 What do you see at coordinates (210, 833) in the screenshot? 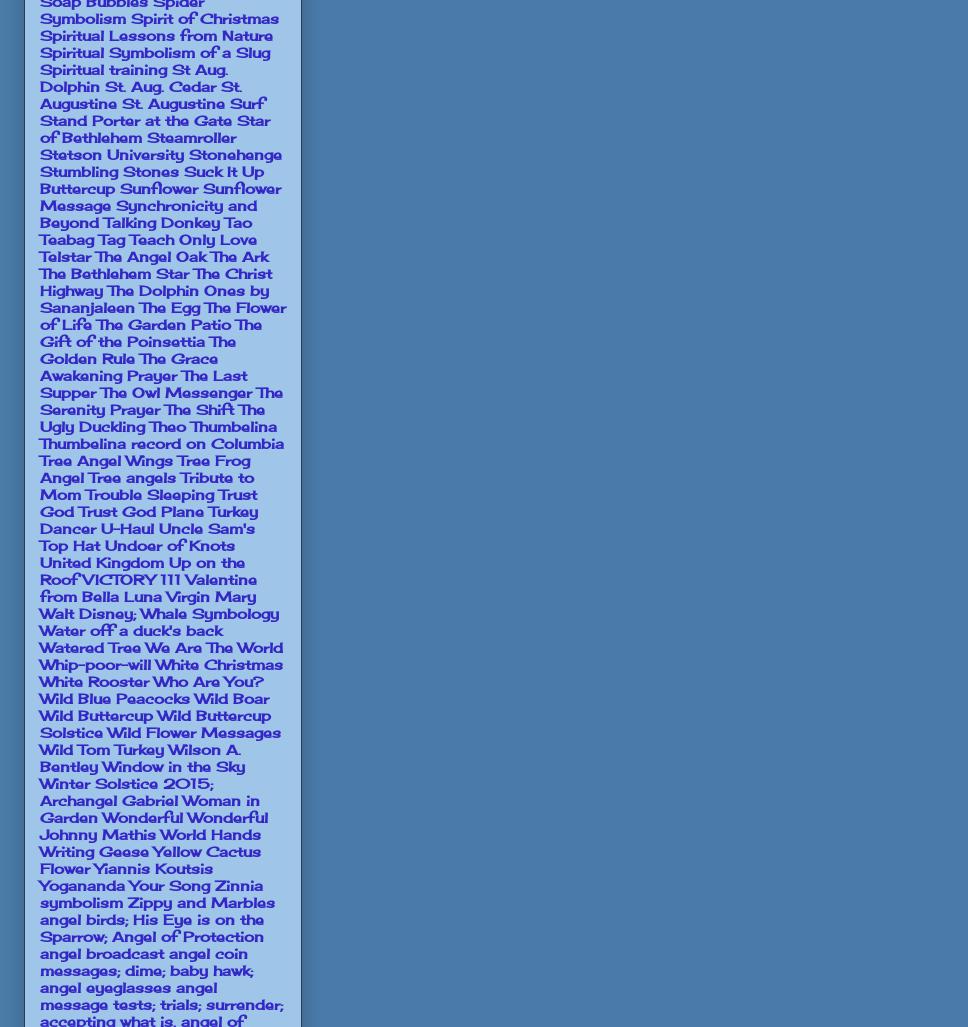
I see `'World Hands'` at bounding box center [210, 833].